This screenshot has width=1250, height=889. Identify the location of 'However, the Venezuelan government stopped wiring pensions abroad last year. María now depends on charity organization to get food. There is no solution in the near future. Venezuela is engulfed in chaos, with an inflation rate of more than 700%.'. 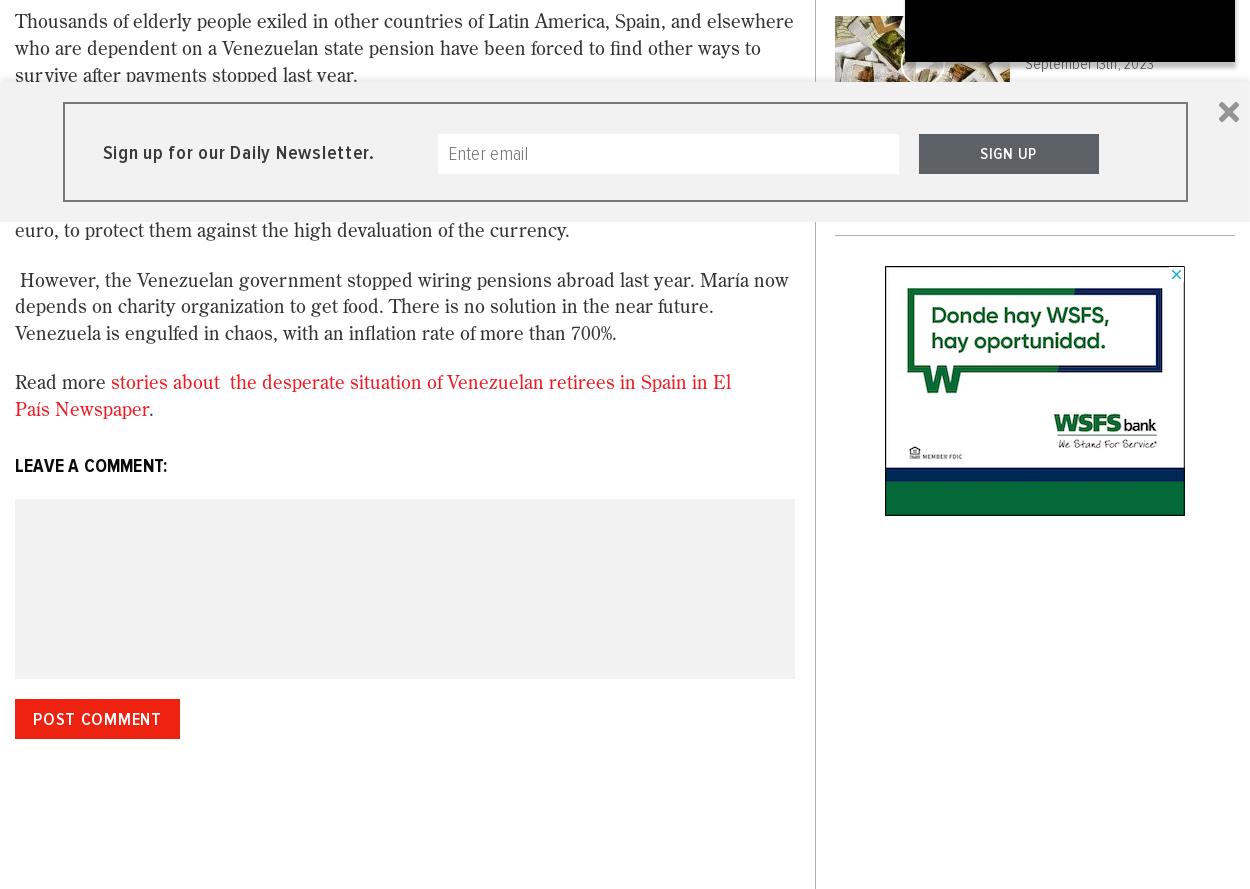
(402, 307).